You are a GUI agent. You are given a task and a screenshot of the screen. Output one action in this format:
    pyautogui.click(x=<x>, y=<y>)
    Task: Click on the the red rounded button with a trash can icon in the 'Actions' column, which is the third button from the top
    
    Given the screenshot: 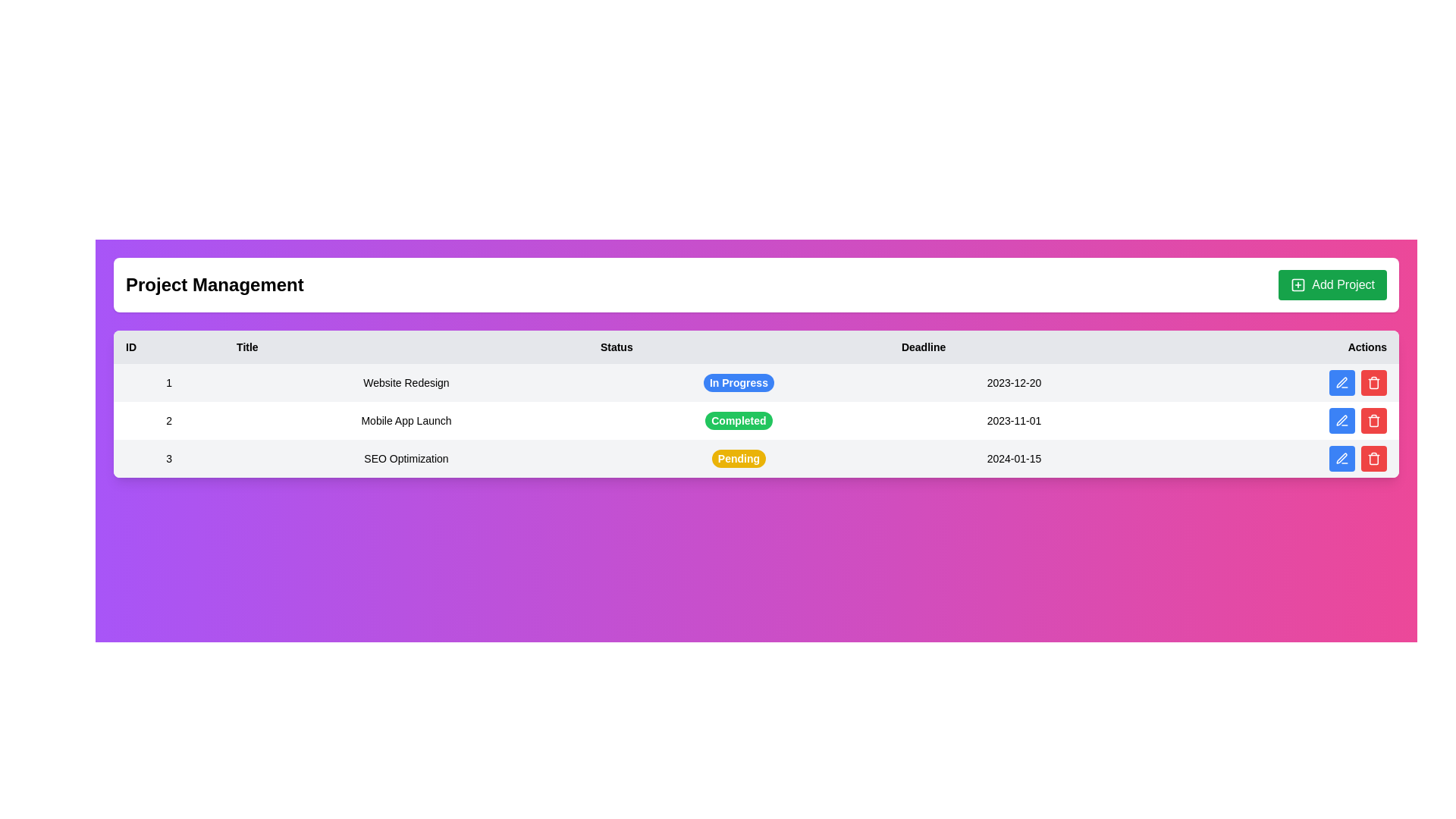 What is the action you would take?
    pyautogui.click(x=1373, y=458)
    